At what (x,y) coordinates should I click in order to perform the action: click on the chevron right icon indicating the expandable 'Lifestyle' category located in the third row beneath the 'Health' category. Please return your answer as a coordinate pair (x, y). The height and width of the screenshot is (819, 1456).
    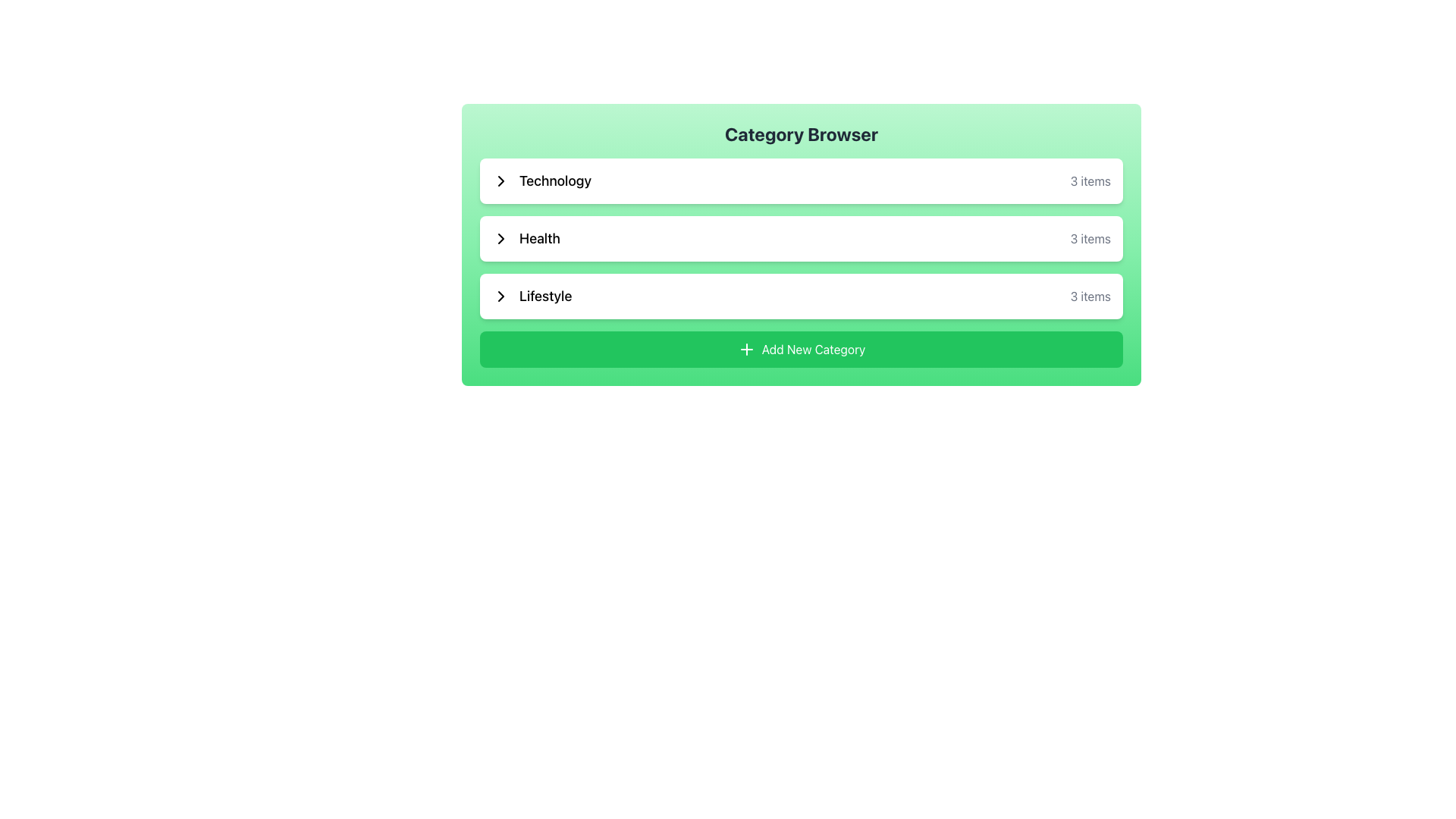
    Looking at the image, I should click on (501, 296).